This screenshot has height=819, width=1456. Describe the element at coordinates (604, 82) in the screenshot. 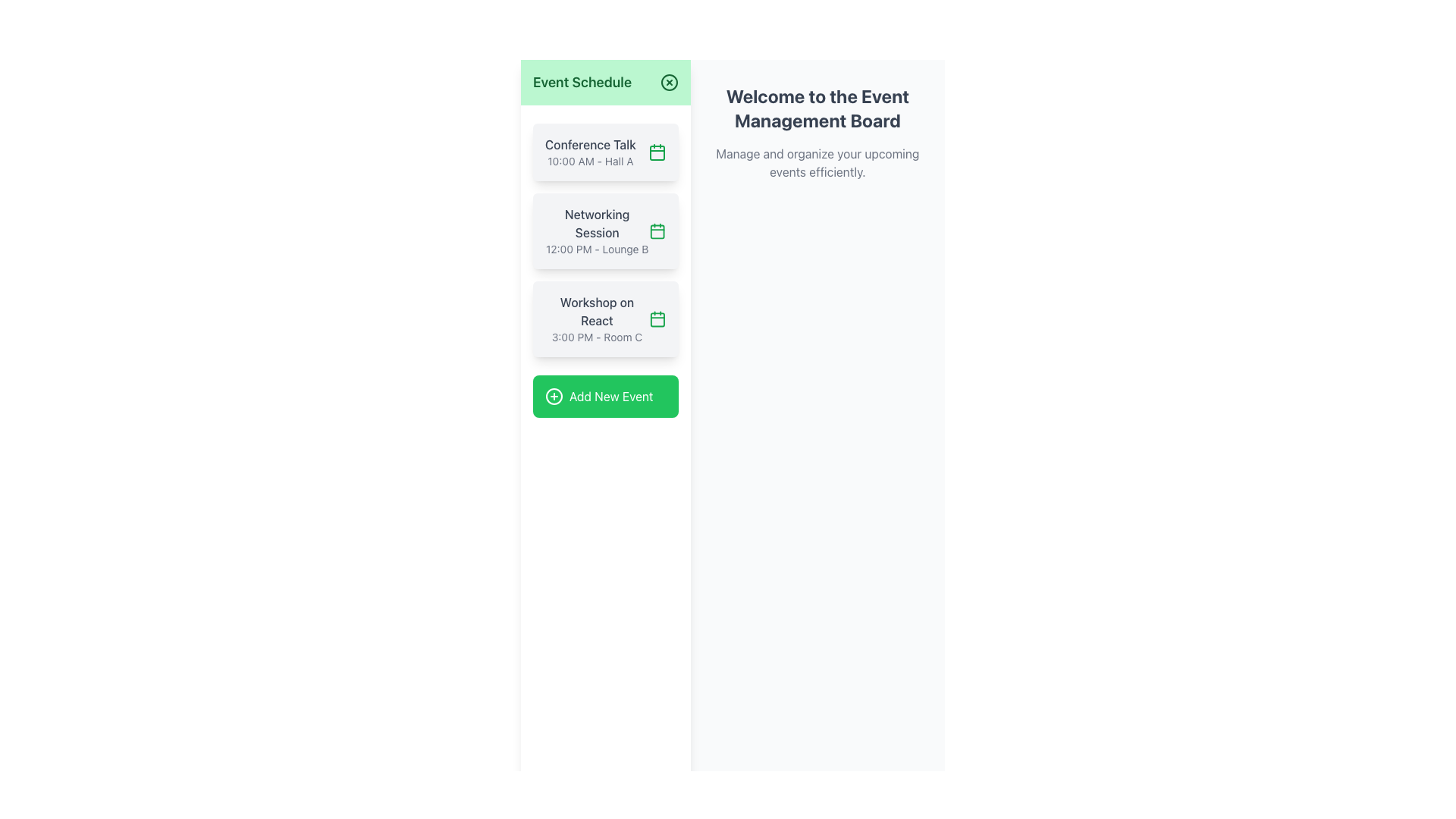

I see `the text of the Header bar located at the top of the left panel, which displays the title and action icon for the event section` at that location.